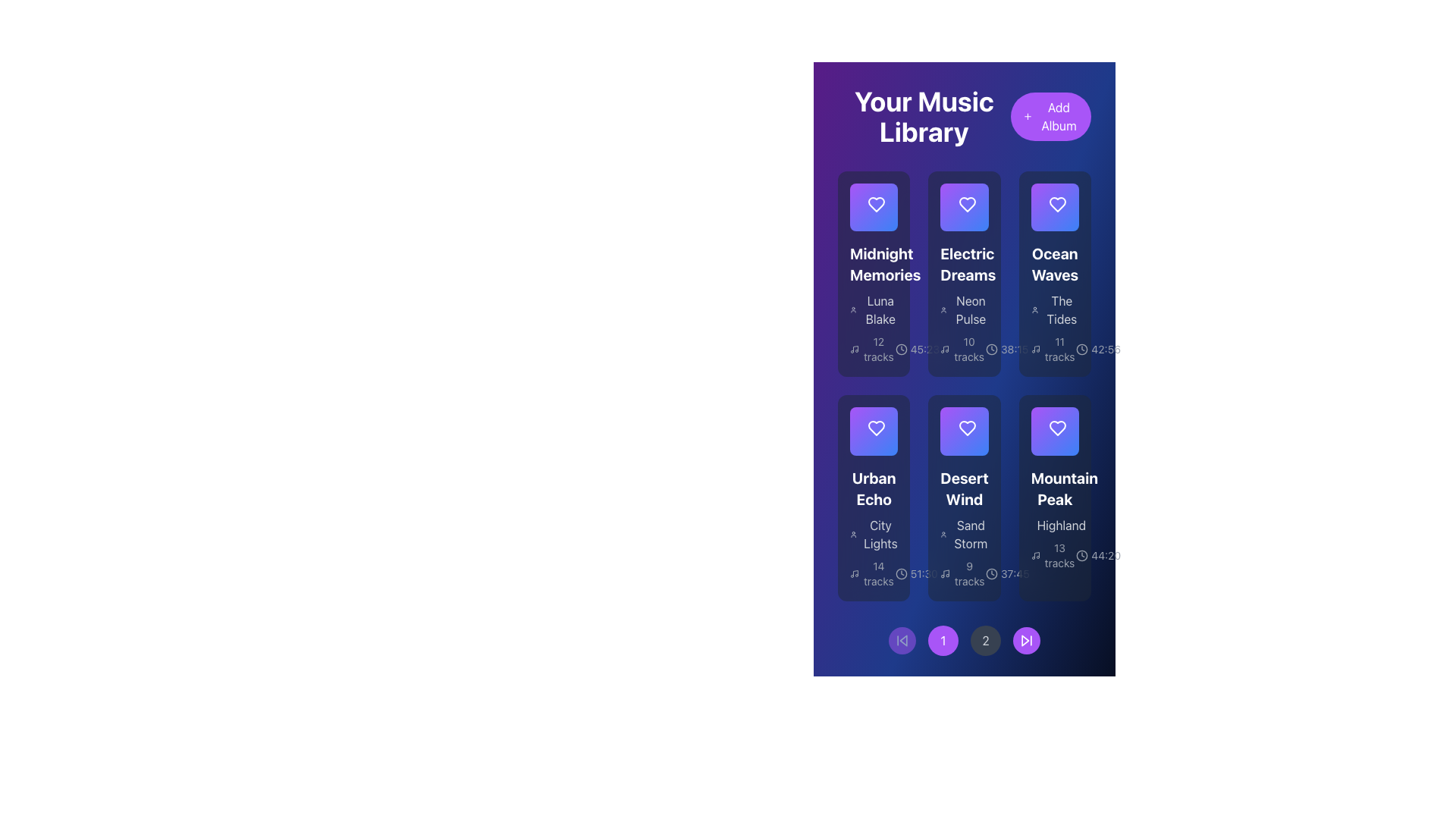 This screenshot has width=1456, height=819. I want to click on the title text of the album or playlist card, which is located at the bottom row, third card from the left, and is directly above the subtitle 'Highland', so click(1054, 488).